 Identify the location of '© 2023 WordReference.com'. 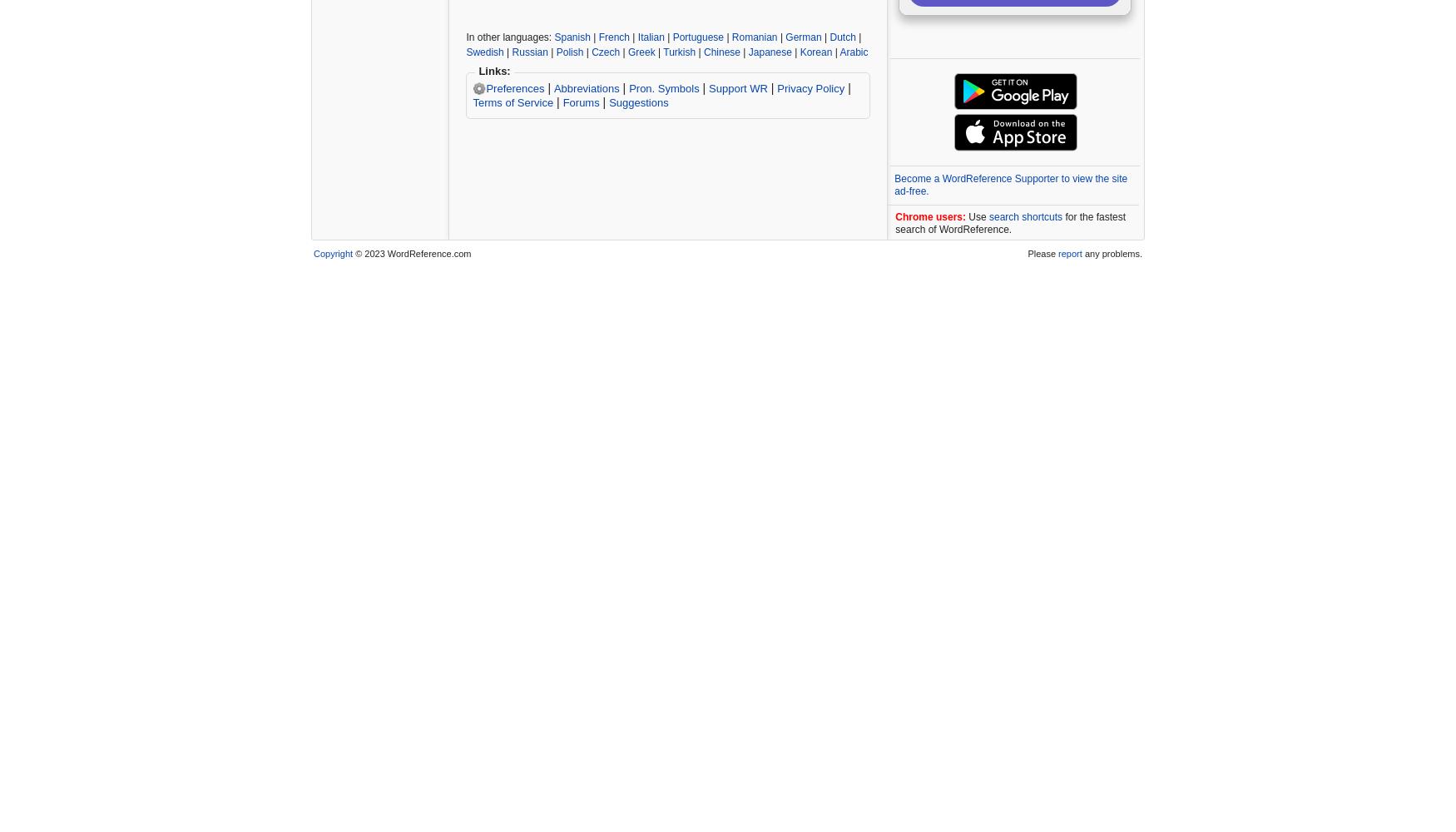
(412, 253).